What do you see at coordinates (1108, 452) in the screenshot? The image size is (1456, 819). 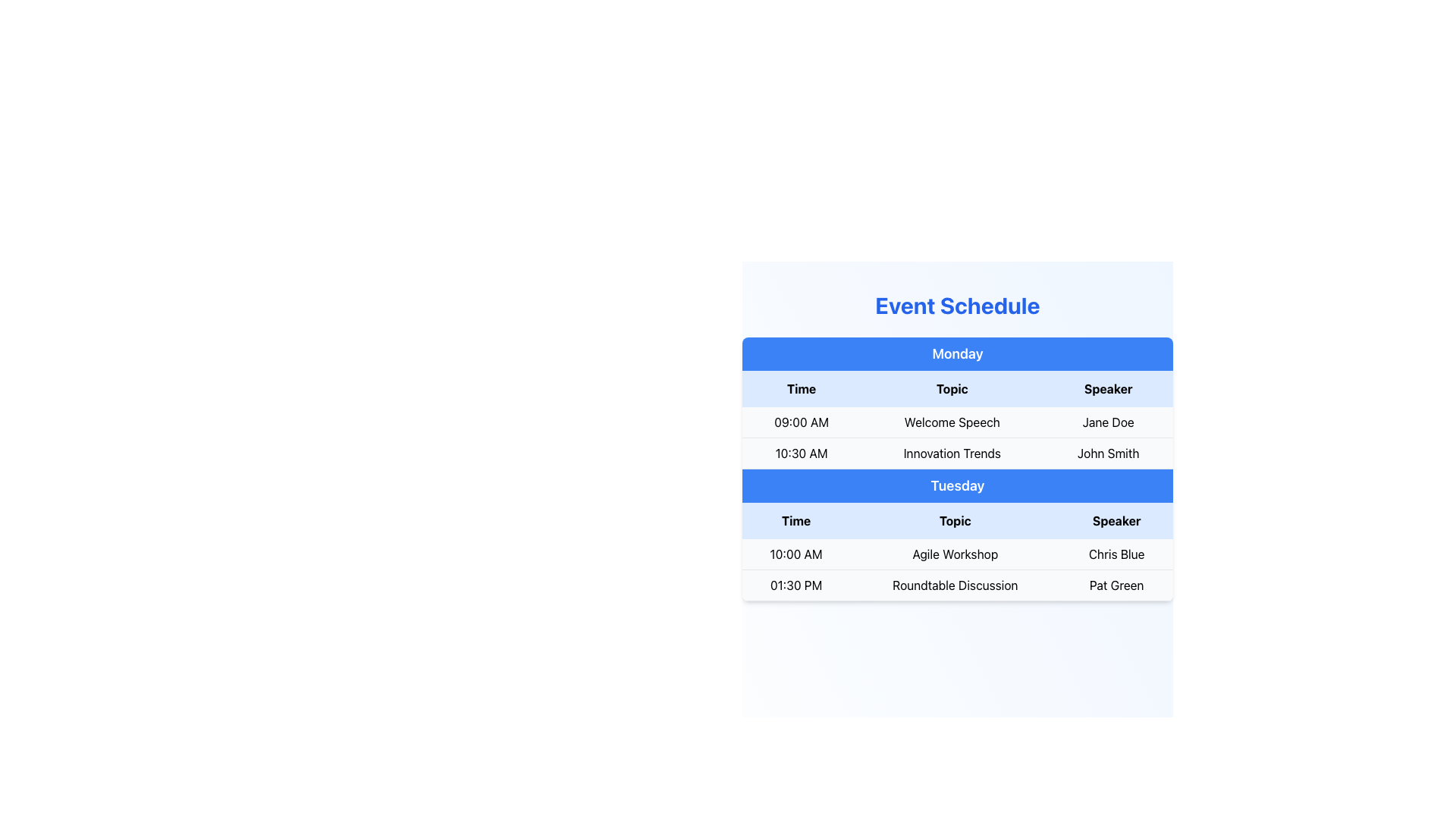 I see `static text label 'John Smith' located in the 'Speaker' column under the '10:30 AM' timing for the 'Innovation Trends' topic` at bounding box center [1108, 452].